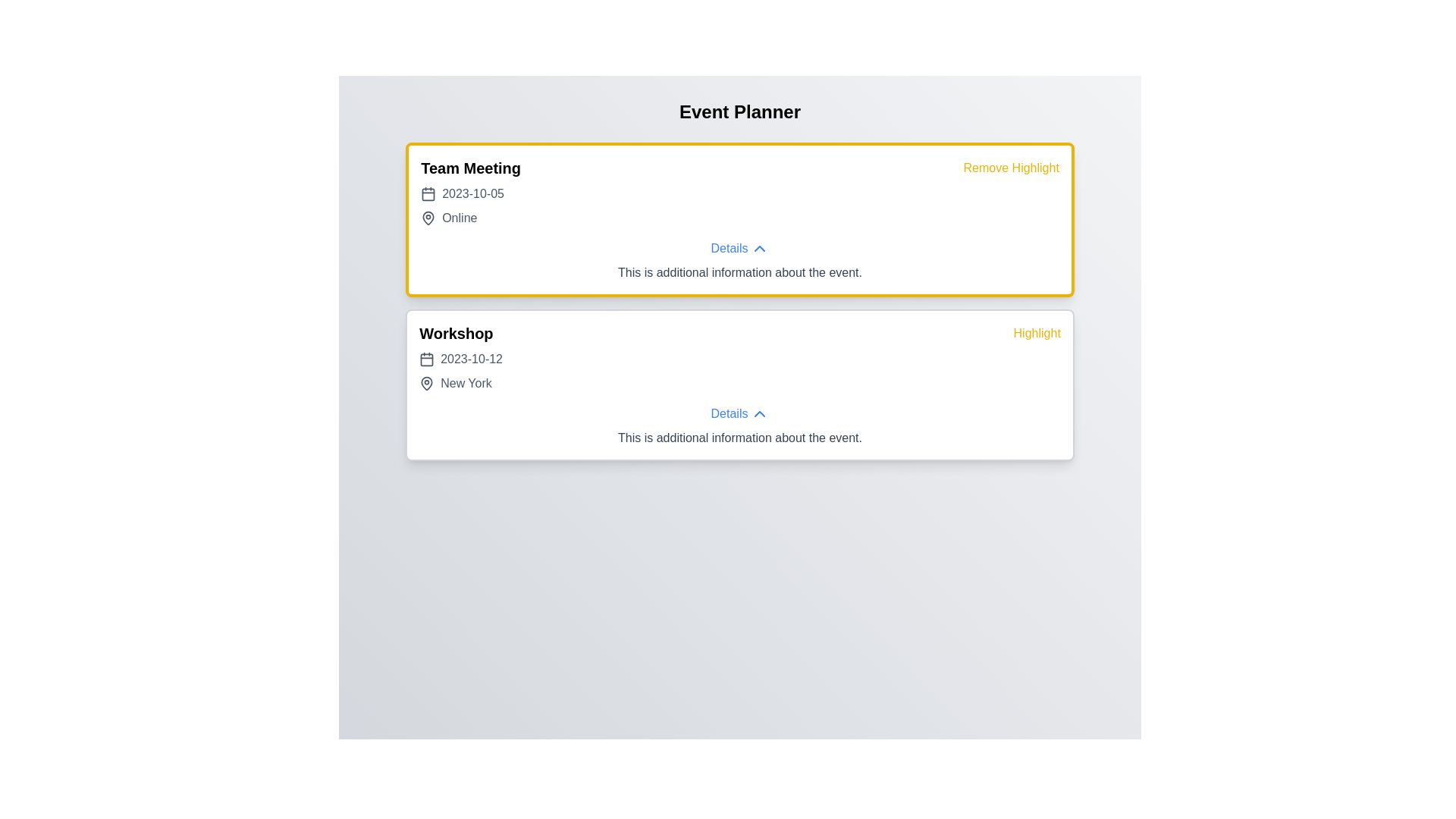 This screenshot has width=1456, height=819. I want to click on the small upward-facing chevron icon styled in blue, located to the right of the 'Details' label within the second event card for the 'Workshop' event, so click(760, 414).